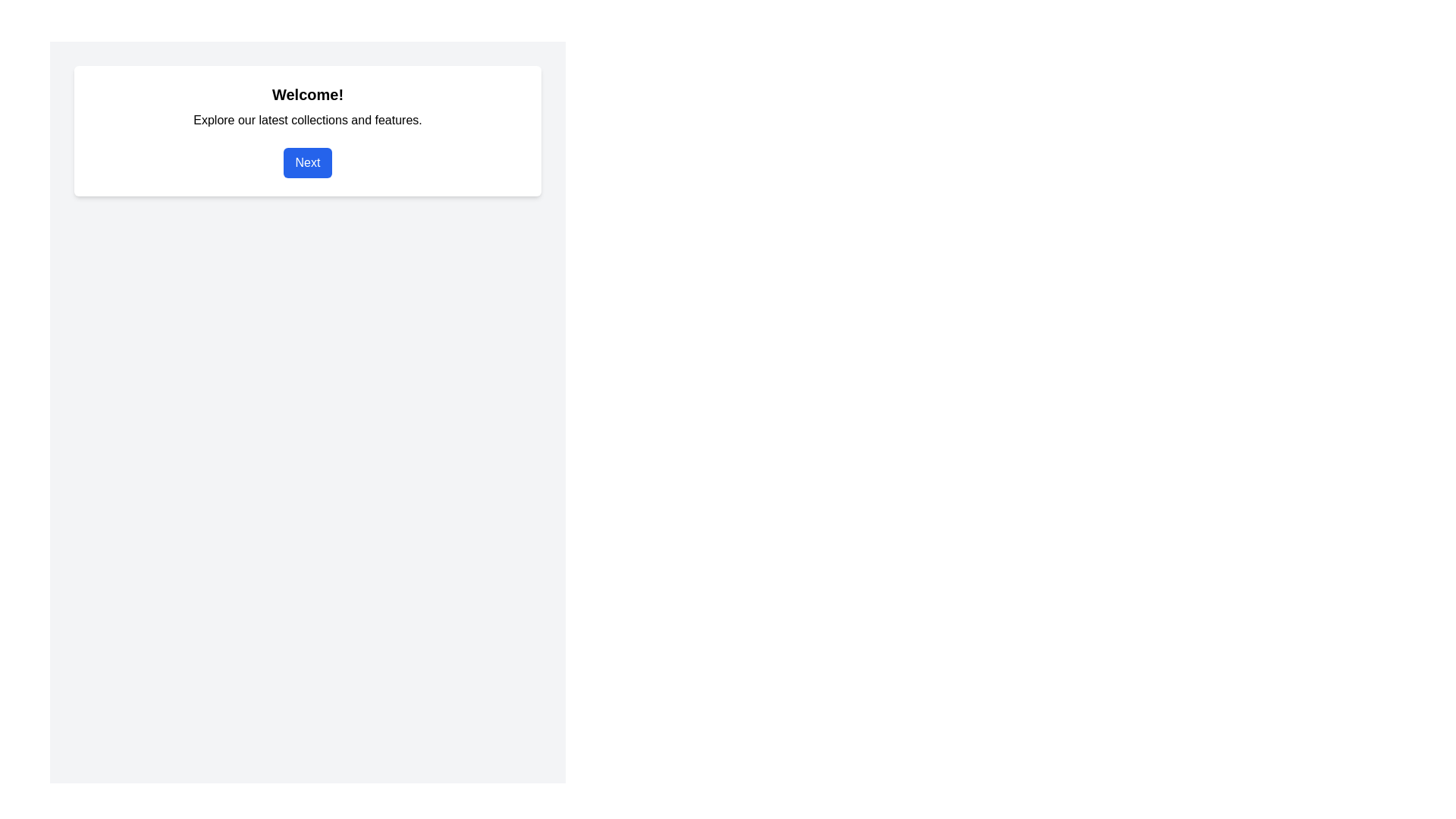  I want to click on the text displaying 'Explore our latest collections and features.' which is centrally aligned and positioned below the 'Welcome!' heading, so click(307, 119).